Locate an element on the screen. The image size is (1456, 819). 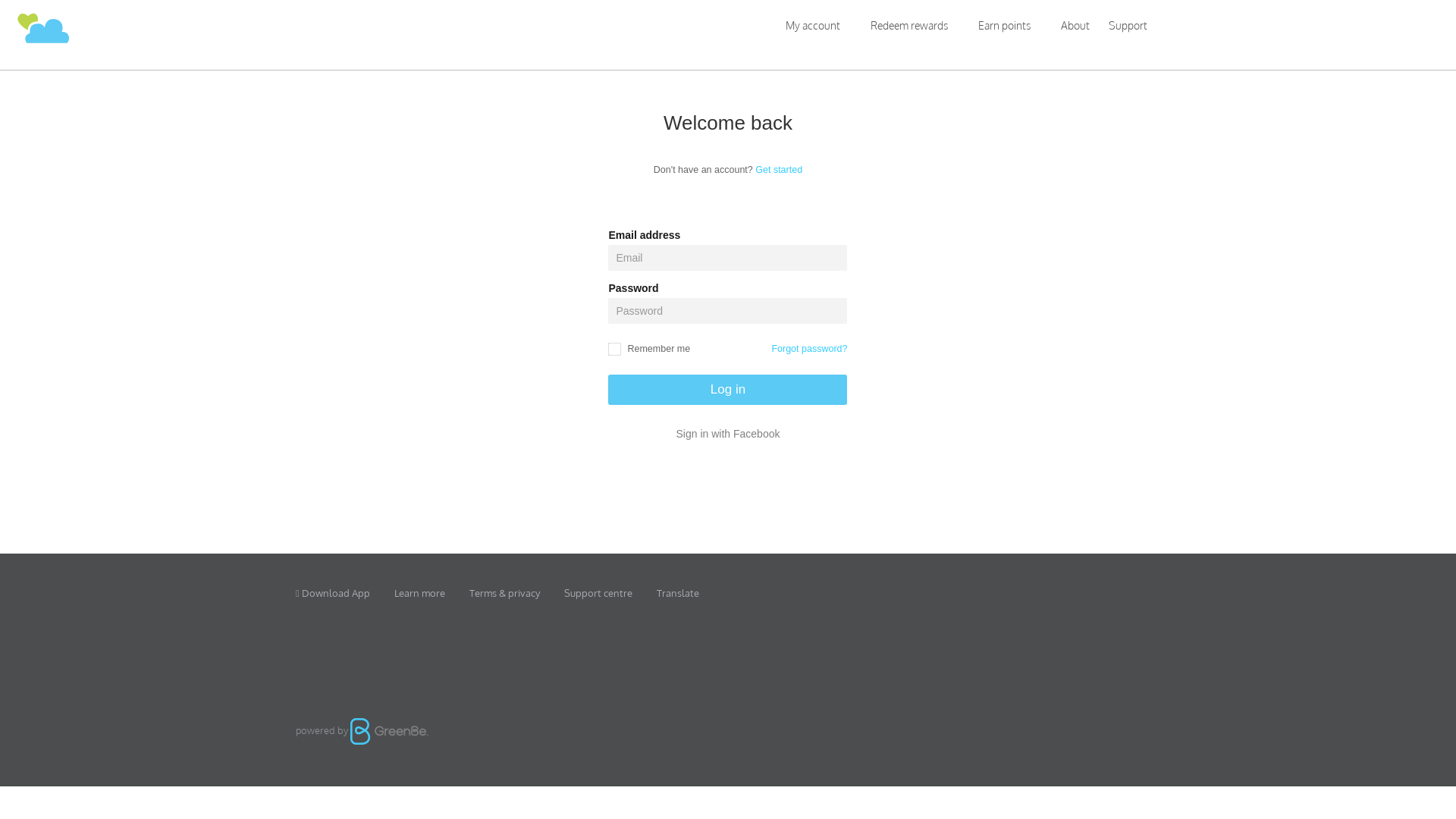
'Log in' is located at coordinates (726, 388).